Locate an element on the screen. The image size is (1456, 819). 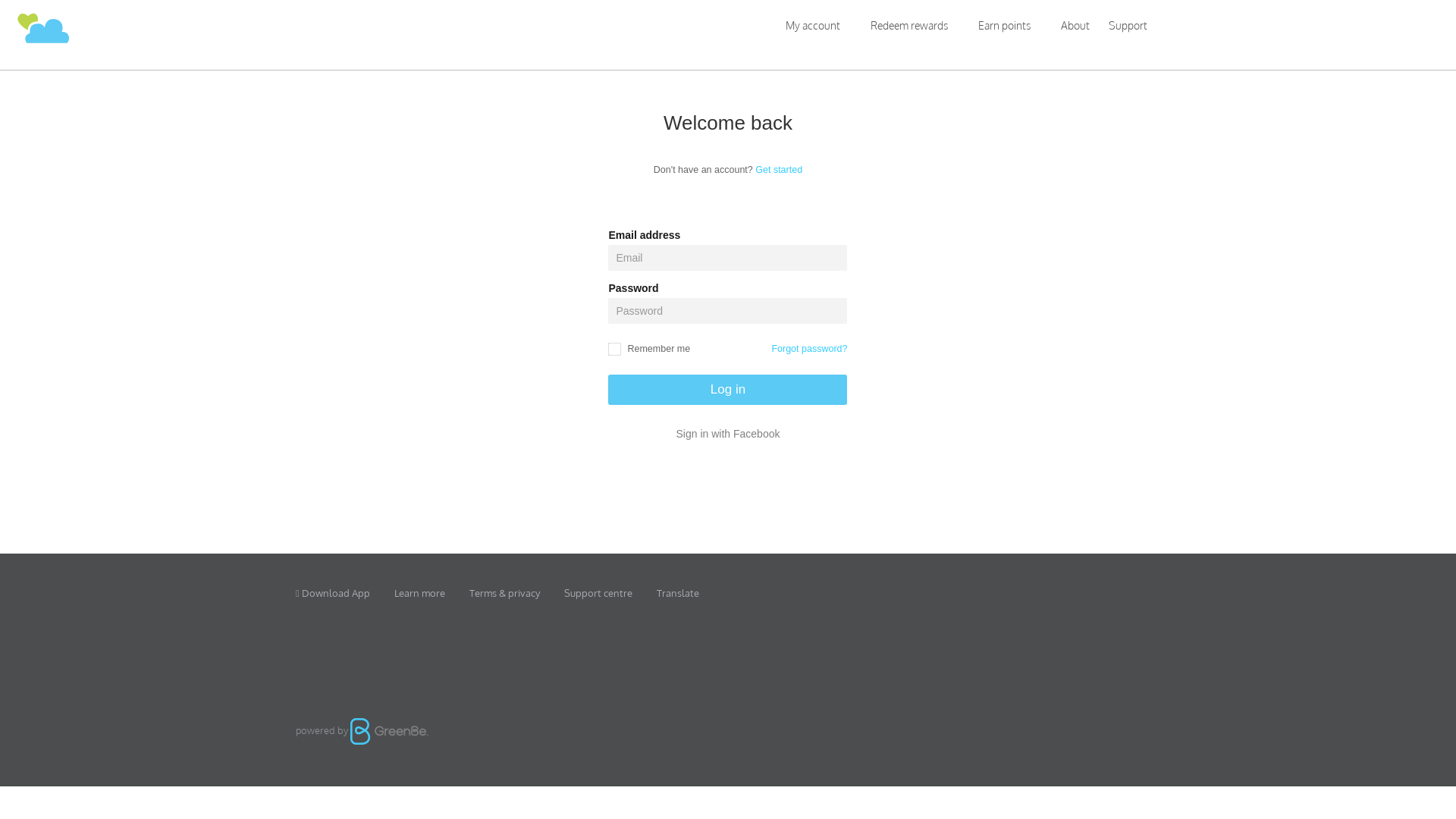
'Log in' is located at coordinates (726, 388).